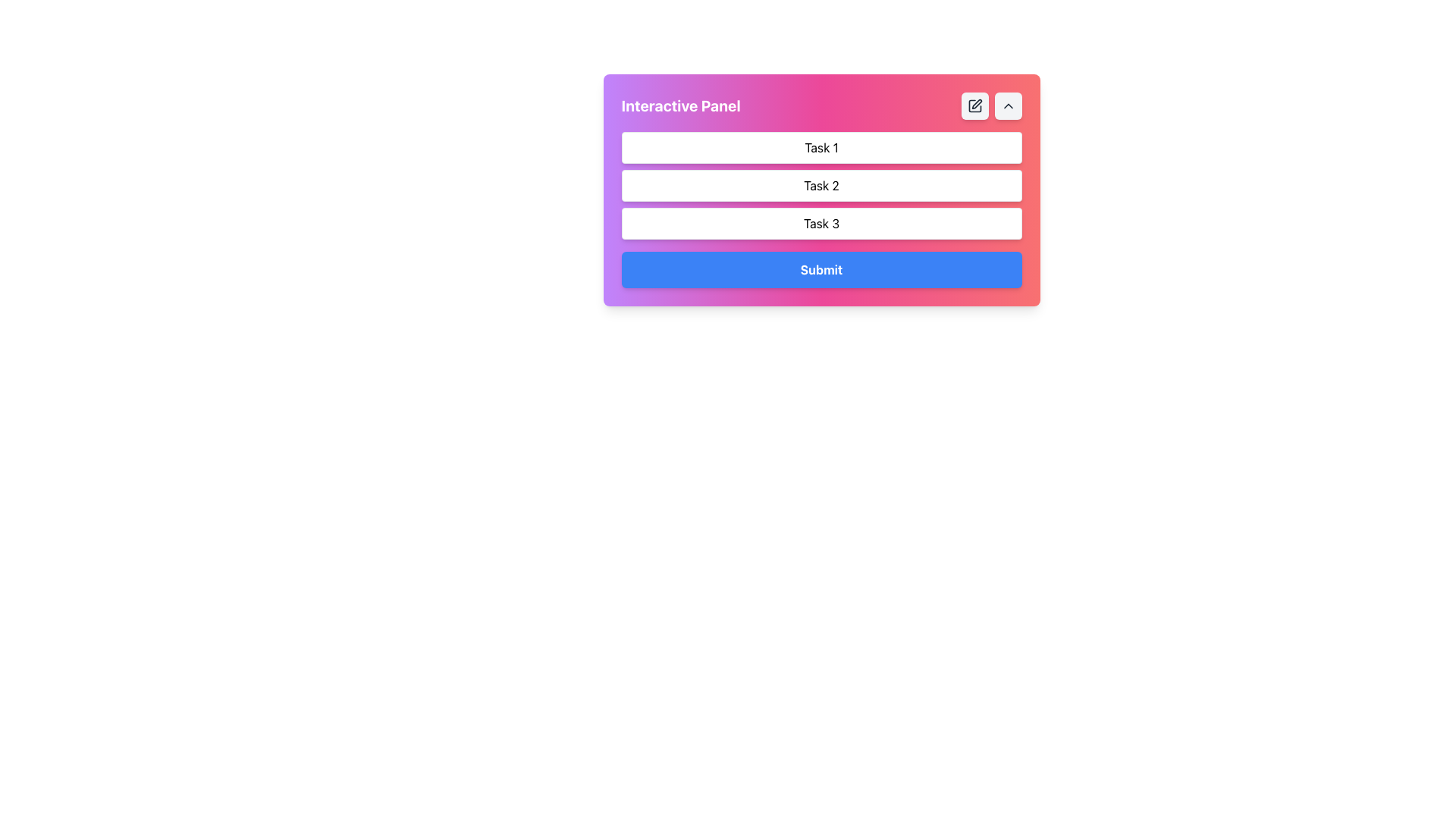  What do you see at coordinates (974, 105) in the screenshot?
I see `the edit button located at the top-right corner of the panel, which is the first square button in a horizontal arrangement of two buttons with a gradient pink-to-purple background` at bounding box center [974, 105].